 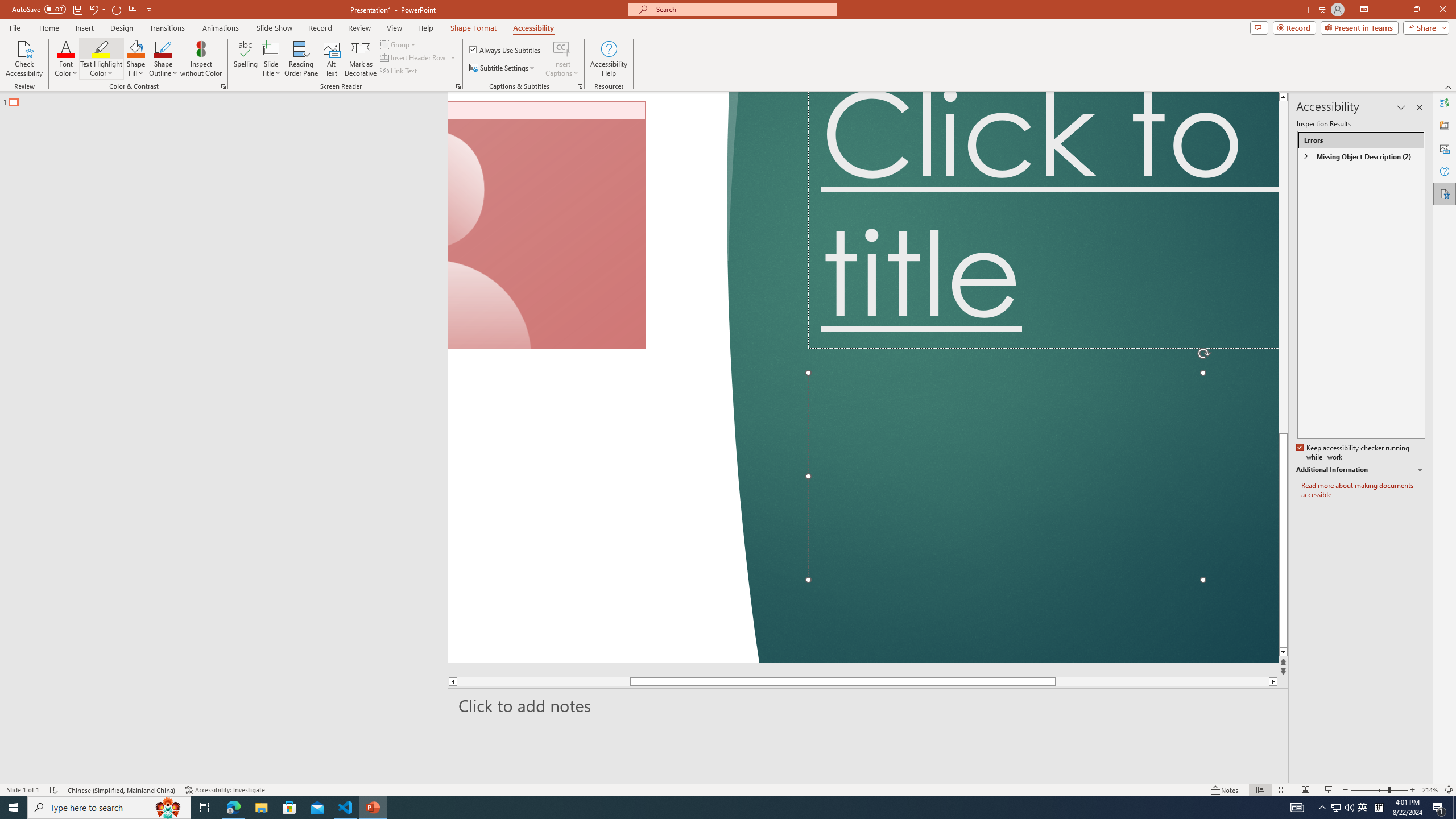 I want to click on 'Always Use Subtitles', so click(x=505, y=49).